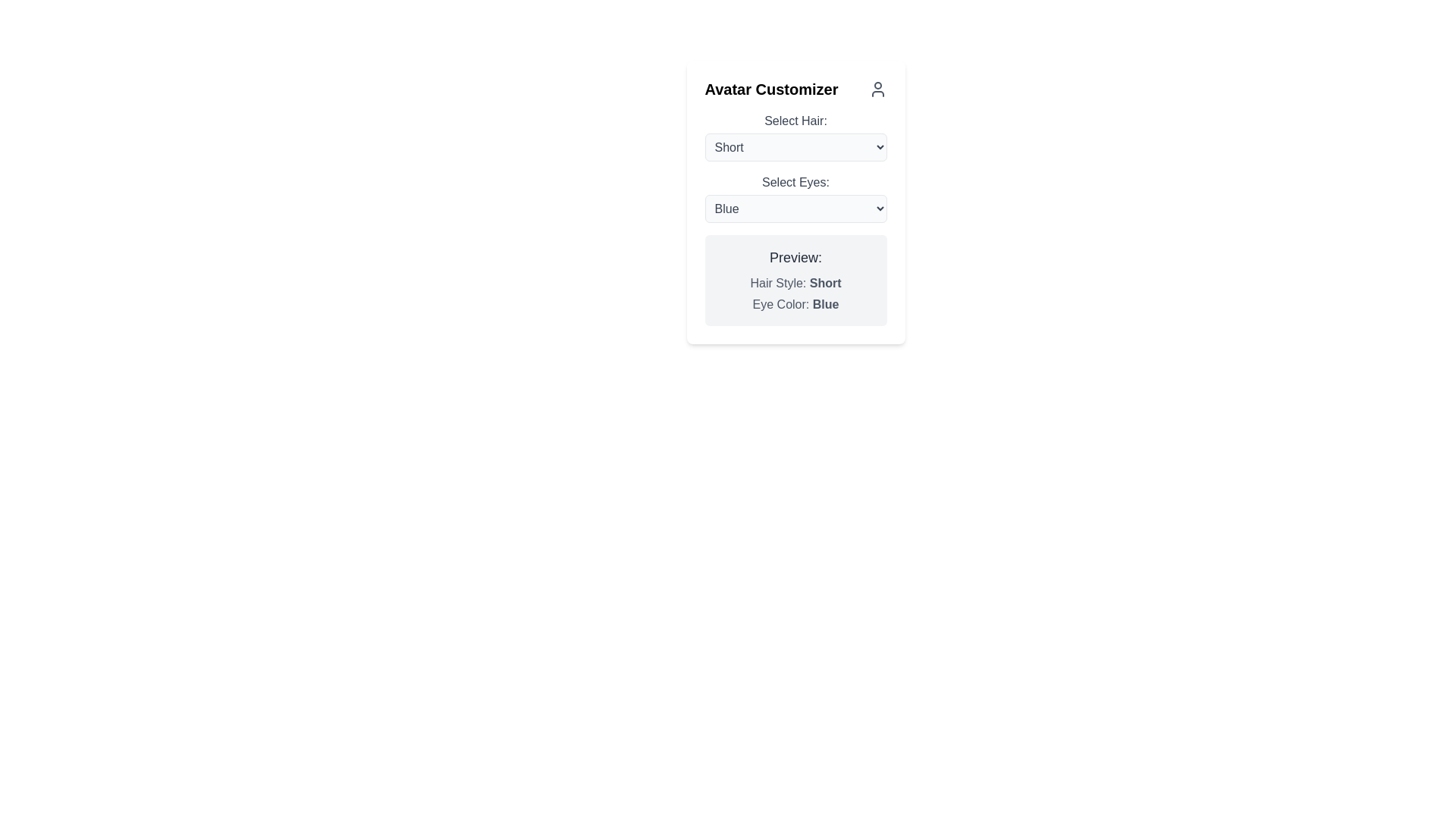  I want to click on the static text label displaying the option summary for 'Hair Style: Short', which is styled in gray with 'Short' in bold, located in the 'Preview:' section of the Avatar Customizer, so click(795, 284).